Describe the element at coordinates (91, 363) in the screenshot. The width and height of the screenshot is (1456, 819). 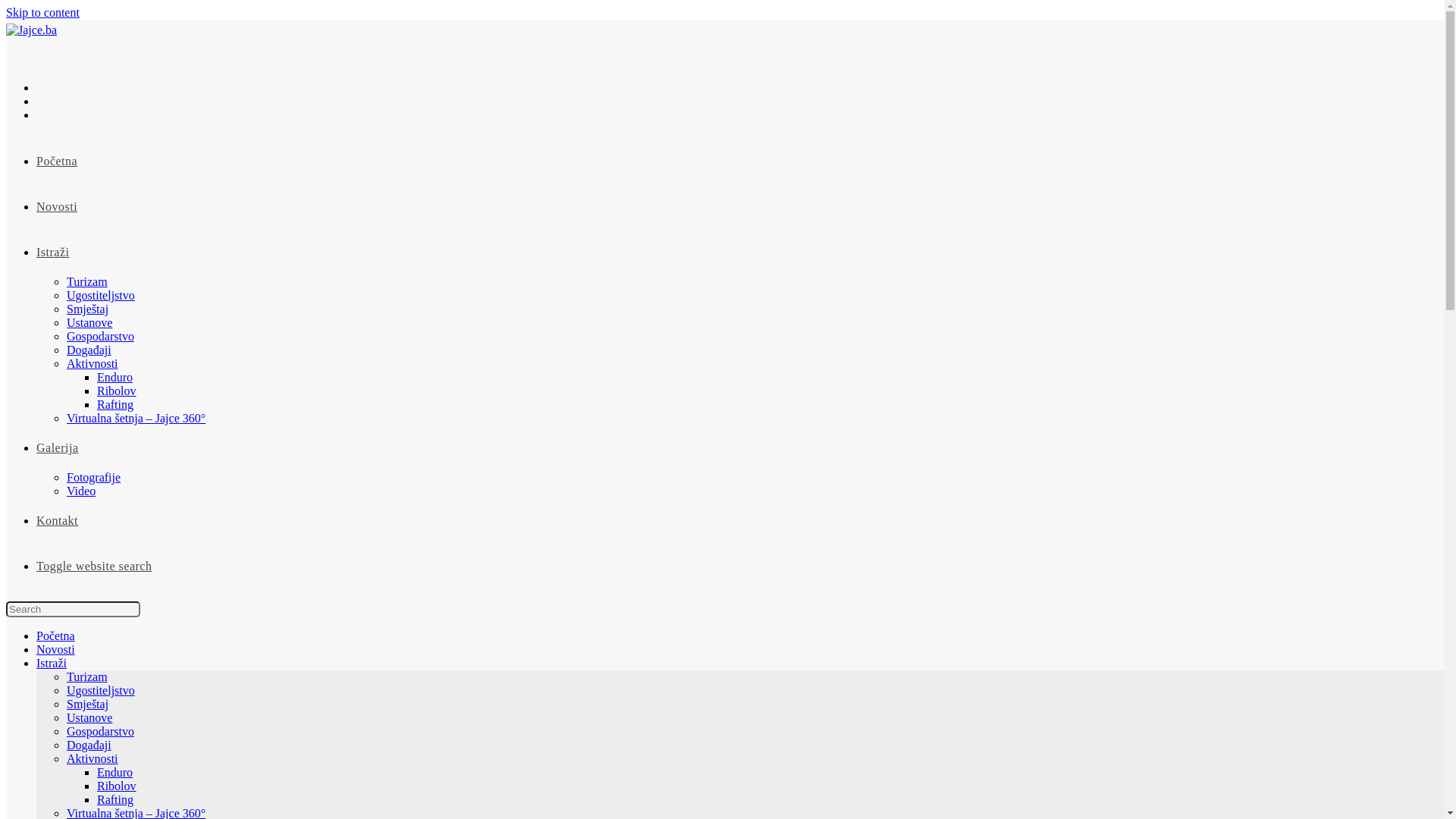
I see `'Aktivnosti'` at that location.